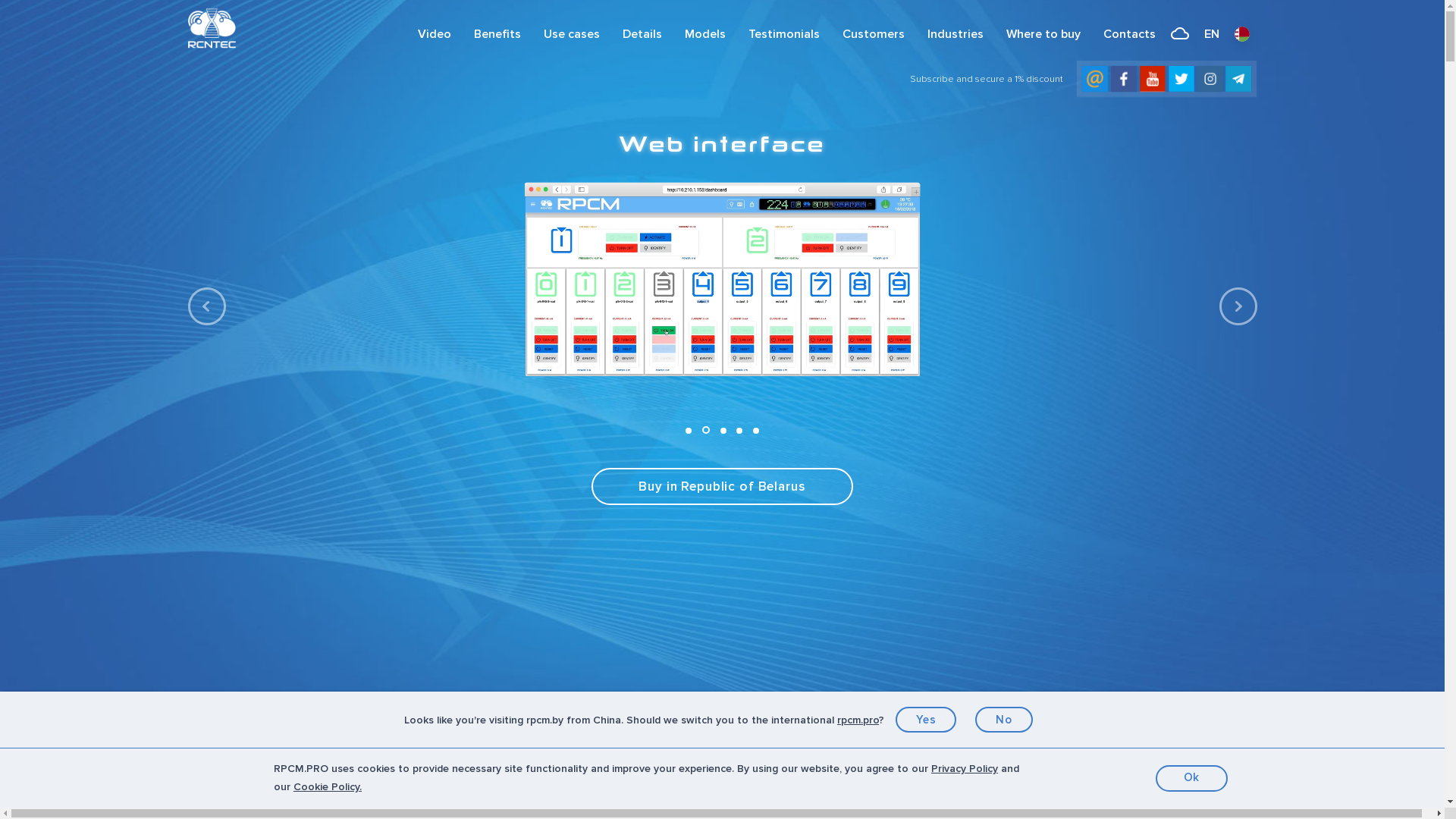  What do you see at coordinates (704, 34) in the screenshot?
I see `'Models'` at bounding box center [704, 34].